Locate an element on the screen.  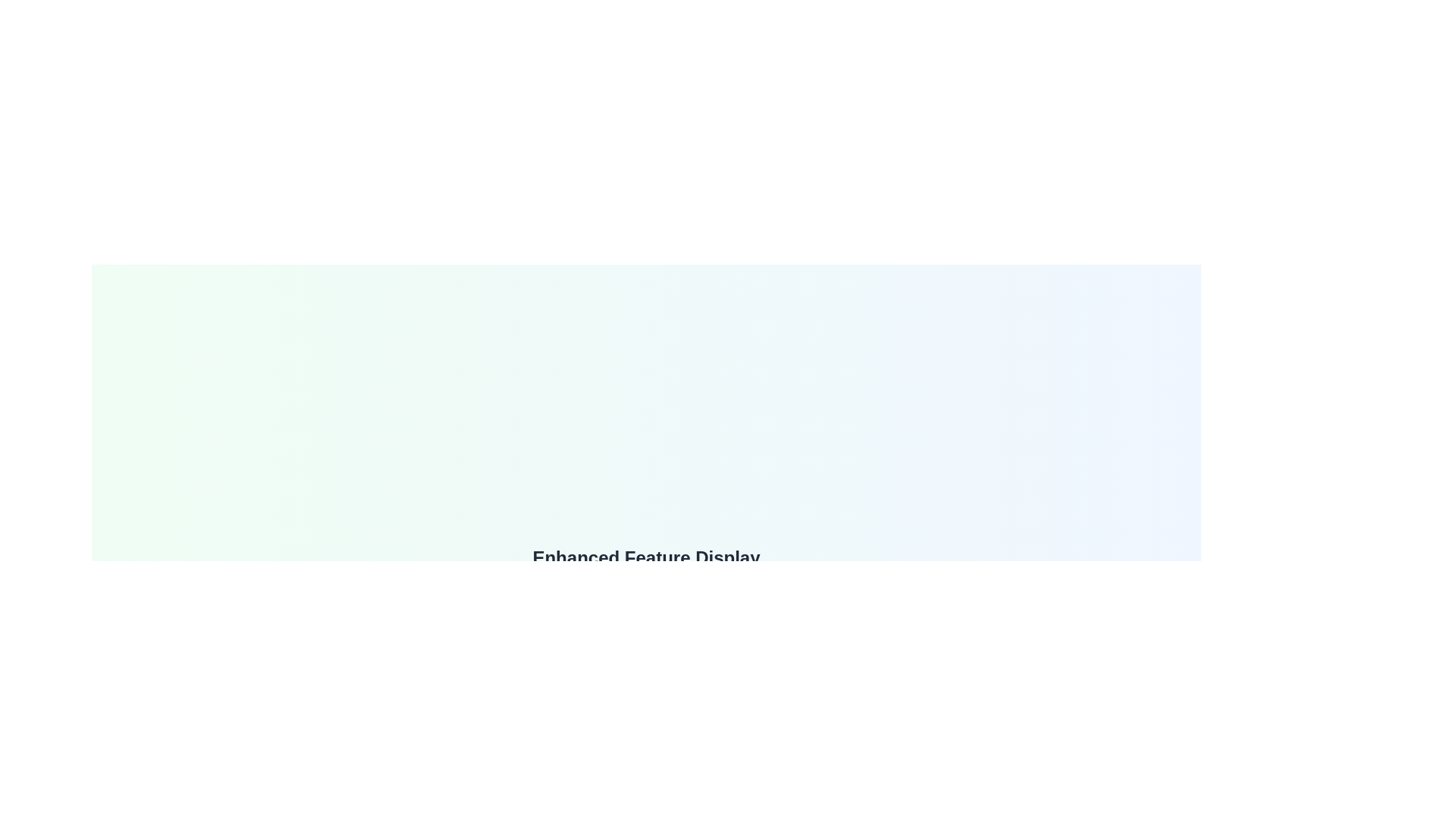
displayed text from the bold text label that says 'Enhanced Feature Display', which is visually prominent and serves as a header above the features list is located at coordinates (646, 558).